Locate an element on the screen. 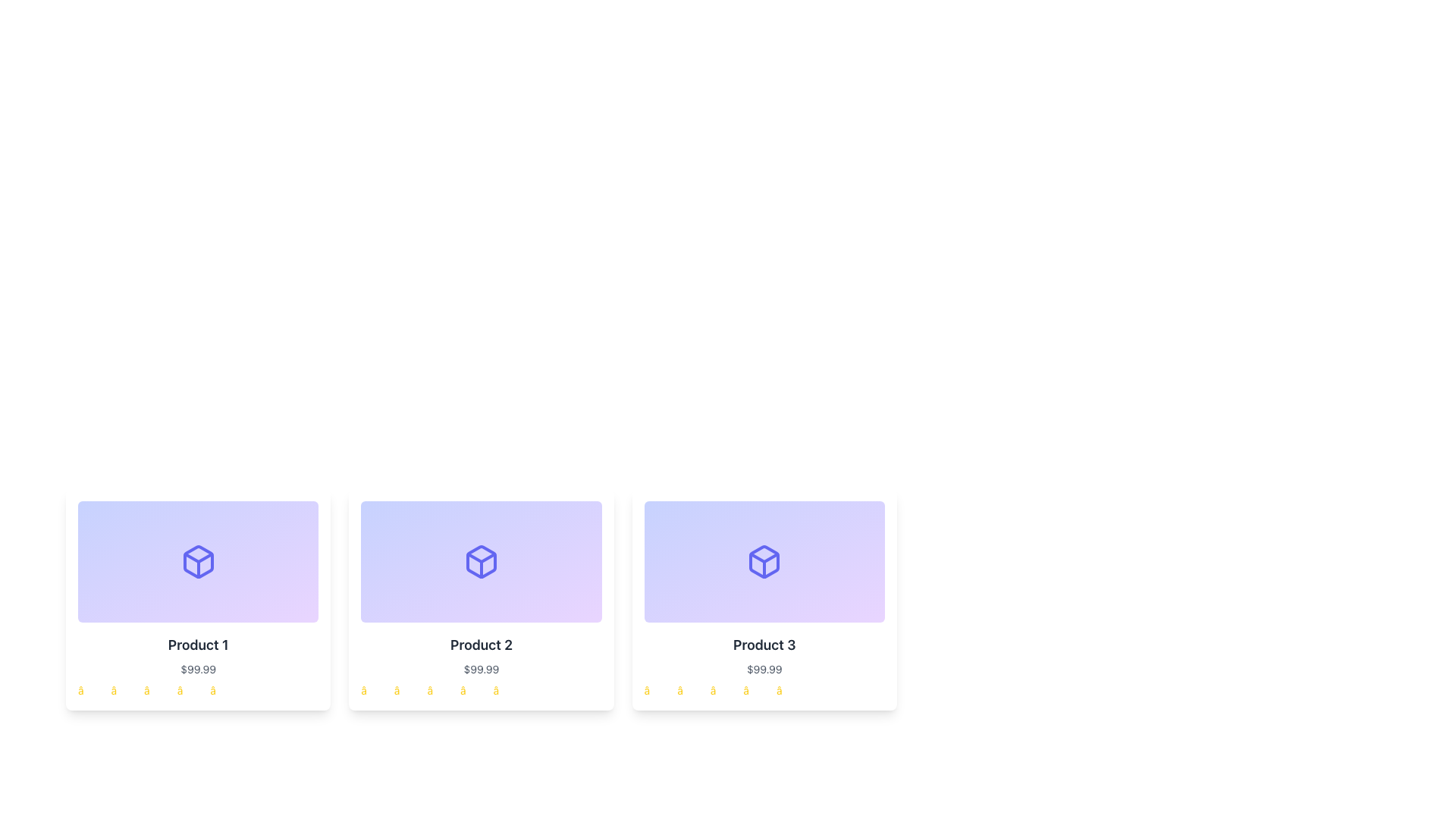 The height and width of the screenshot is (819, 1456). the visual placeholder with a gradient background and a 3D box icon located at the top of the 'Product 3' card is located at coordinates (764, 561).